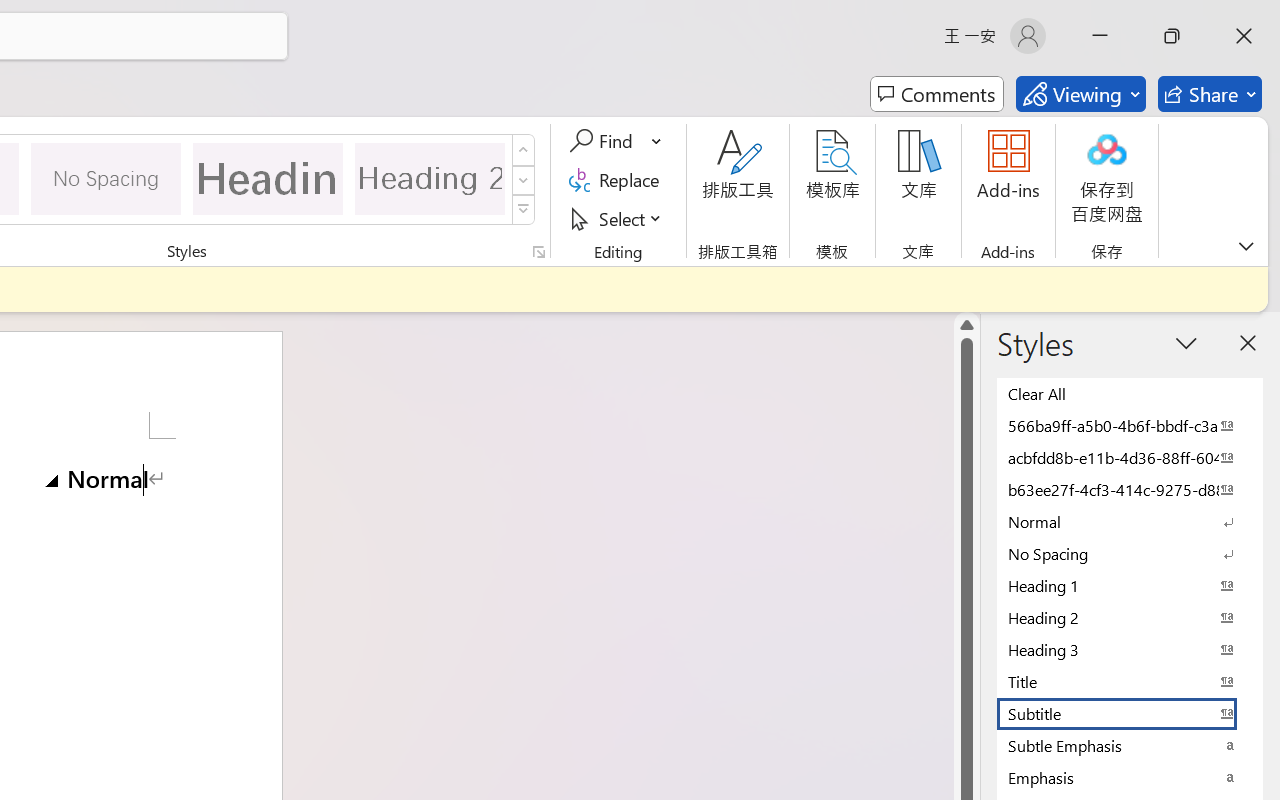  I want to click on 'Subtitle', so click(1130, 712).